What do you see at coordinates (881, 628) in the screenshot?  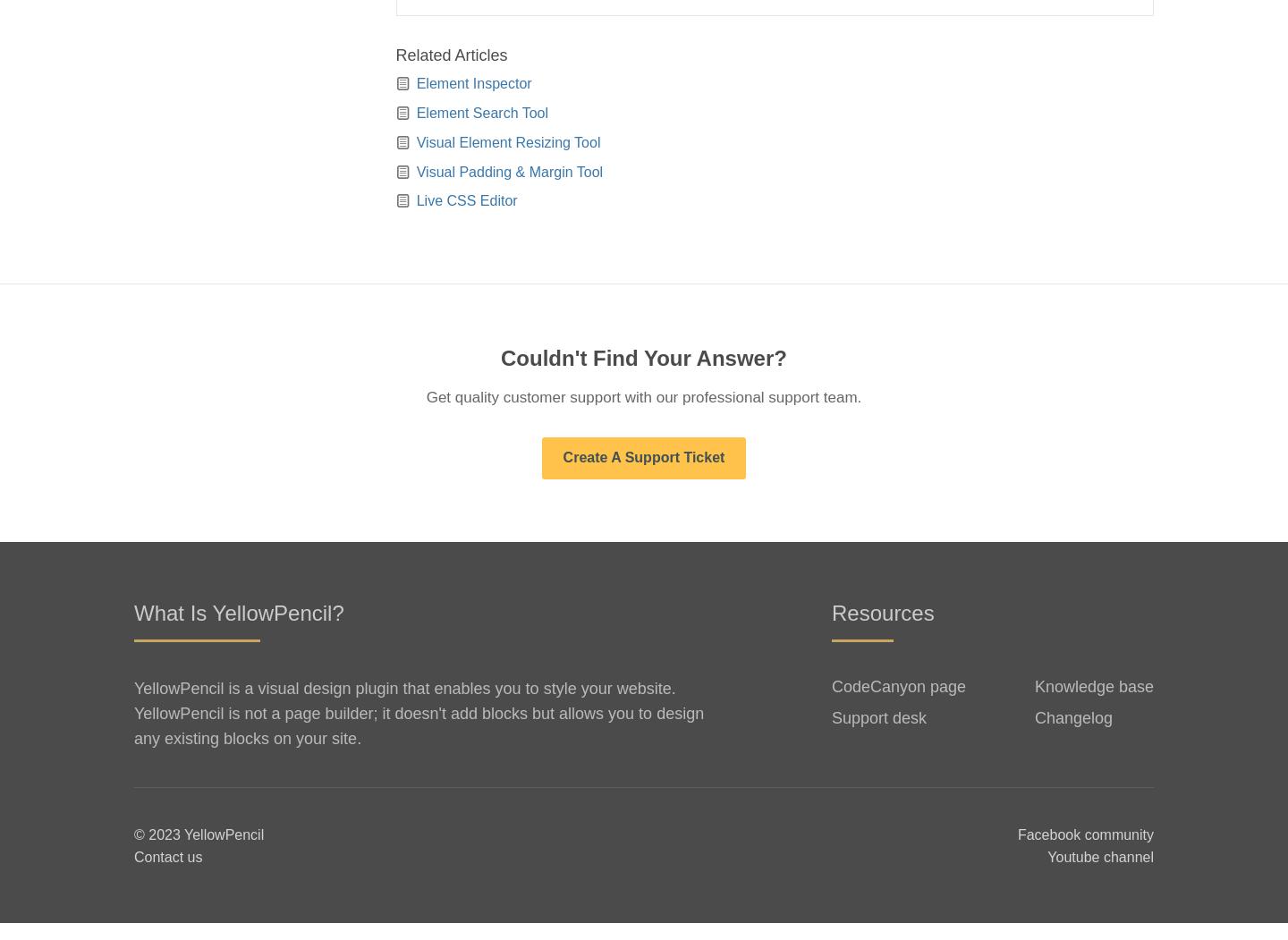 I see `'Resources'` at bounding box center [881, 628].